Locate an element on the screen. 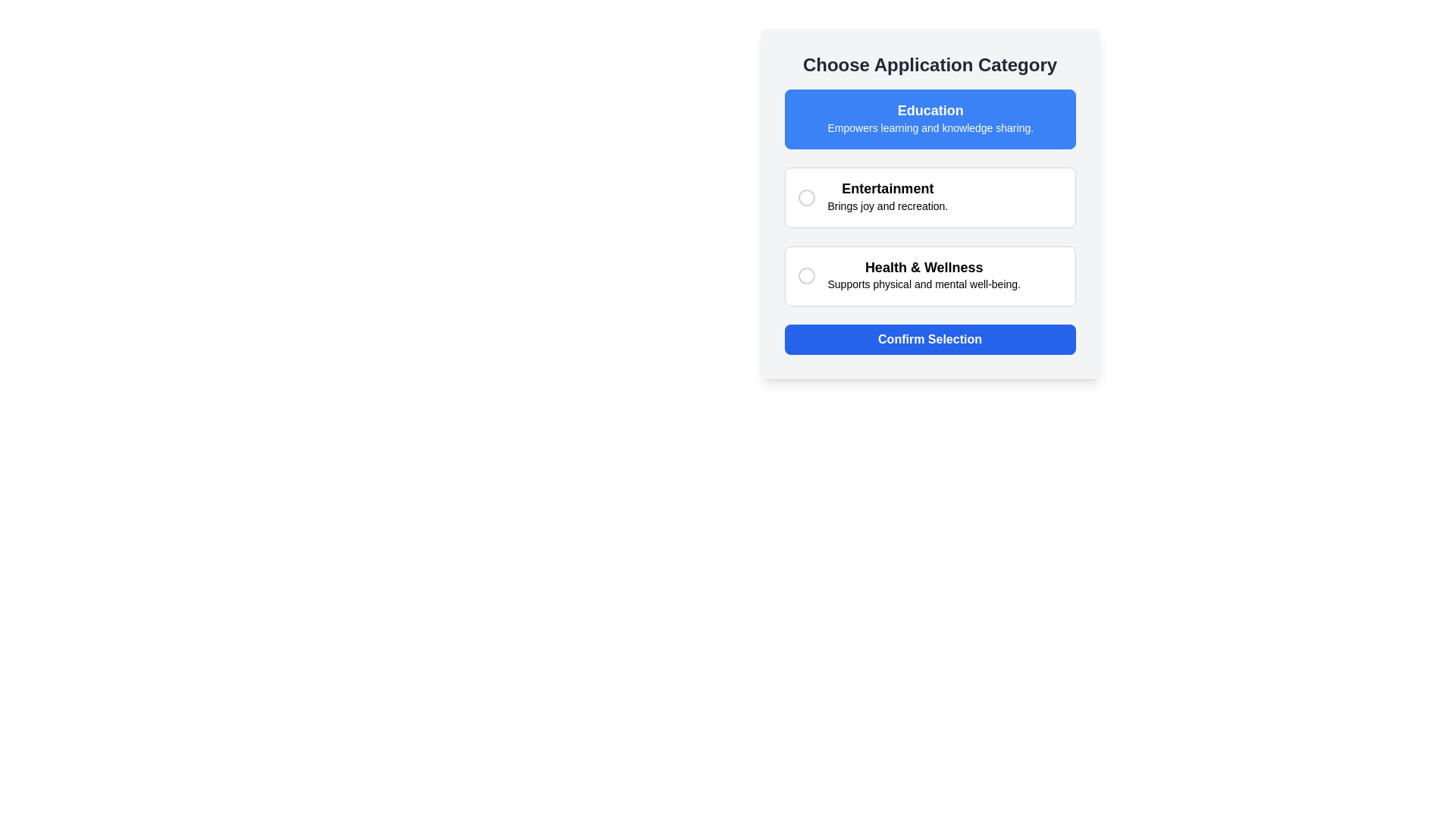  the unselected radio button indicator for the 'Health & Wellness' category, which is located at the top left of its card, directly to the left of the category title is located at coordinates (805, 276).